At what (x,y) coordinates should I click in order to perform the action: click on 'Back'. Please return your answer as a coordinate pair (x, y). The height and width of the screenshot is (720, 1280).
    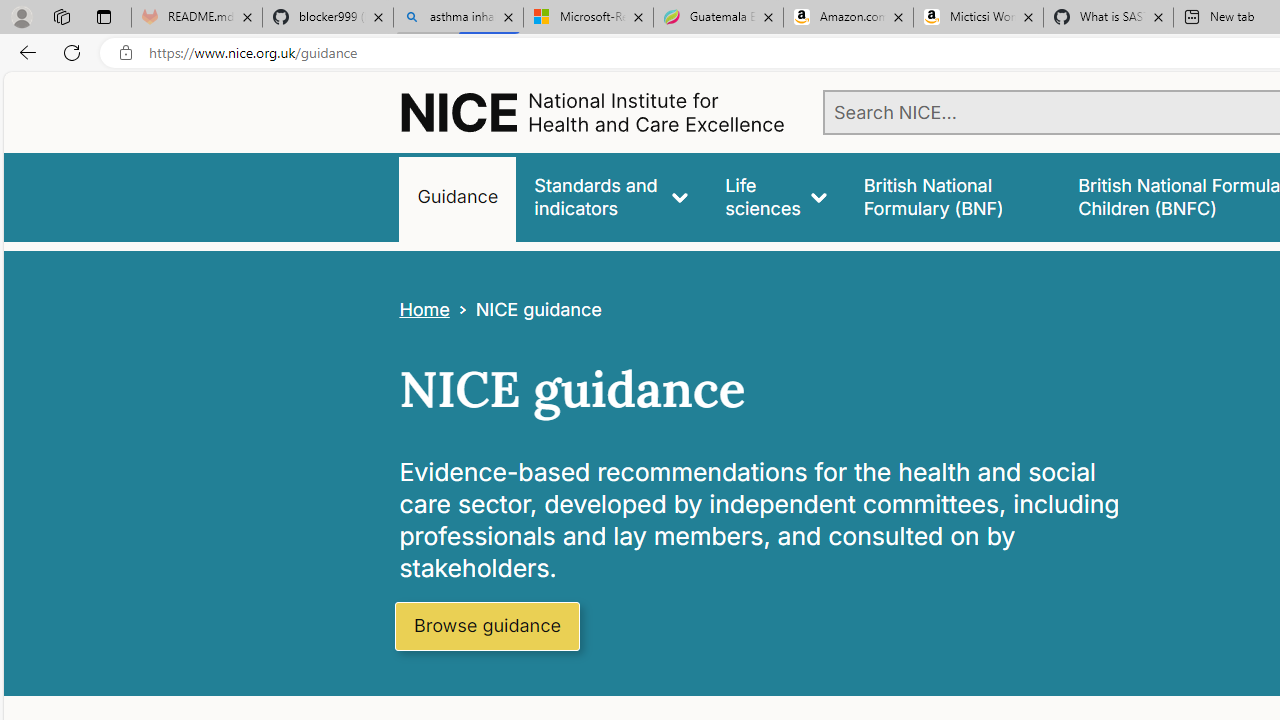
    Looking at the image, I should click on (24, 51).